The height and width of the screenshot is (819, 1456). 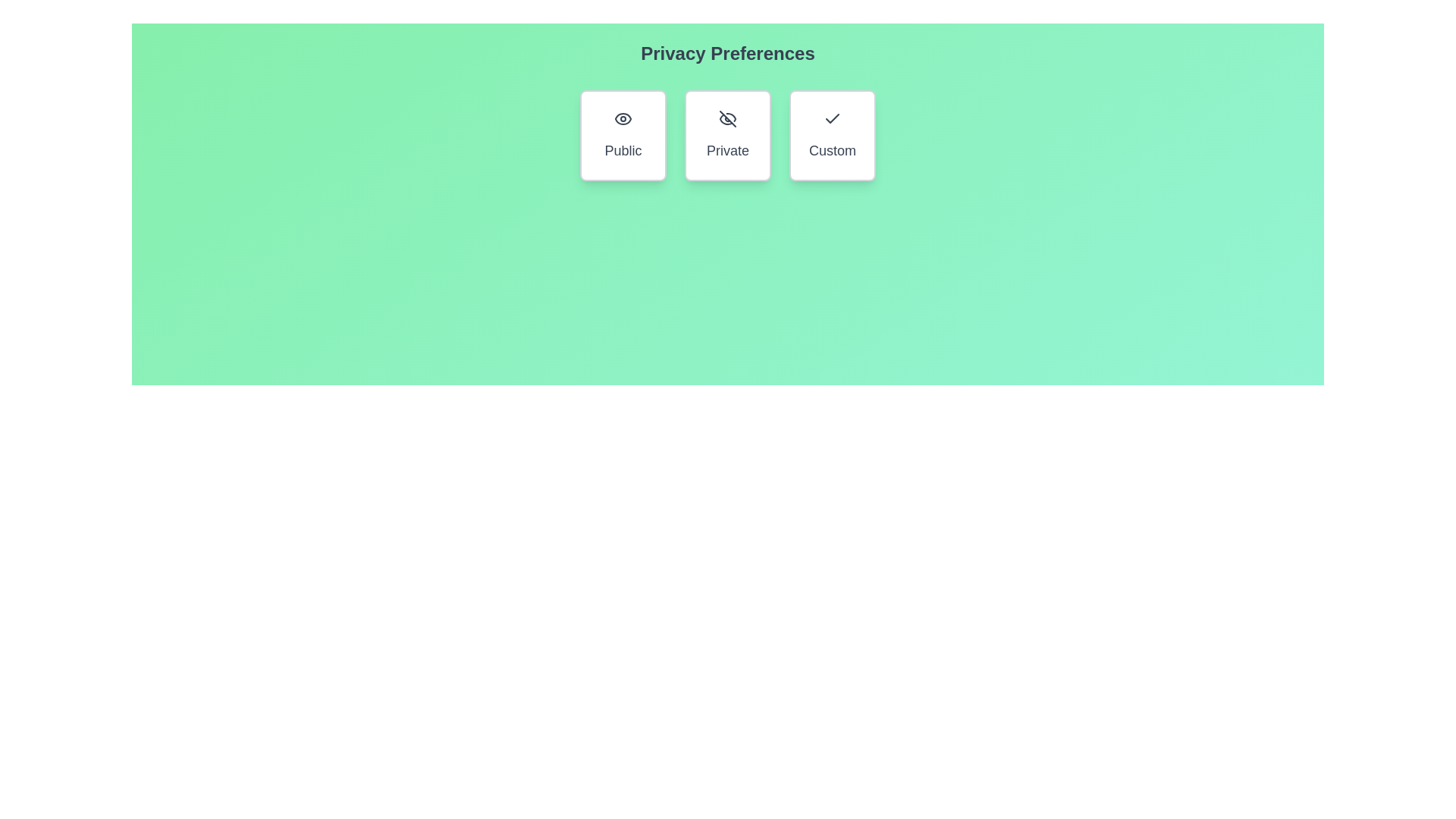 I want to click on the 'Custom' privacy option to toggle its selection, so click(x=832, y=134).